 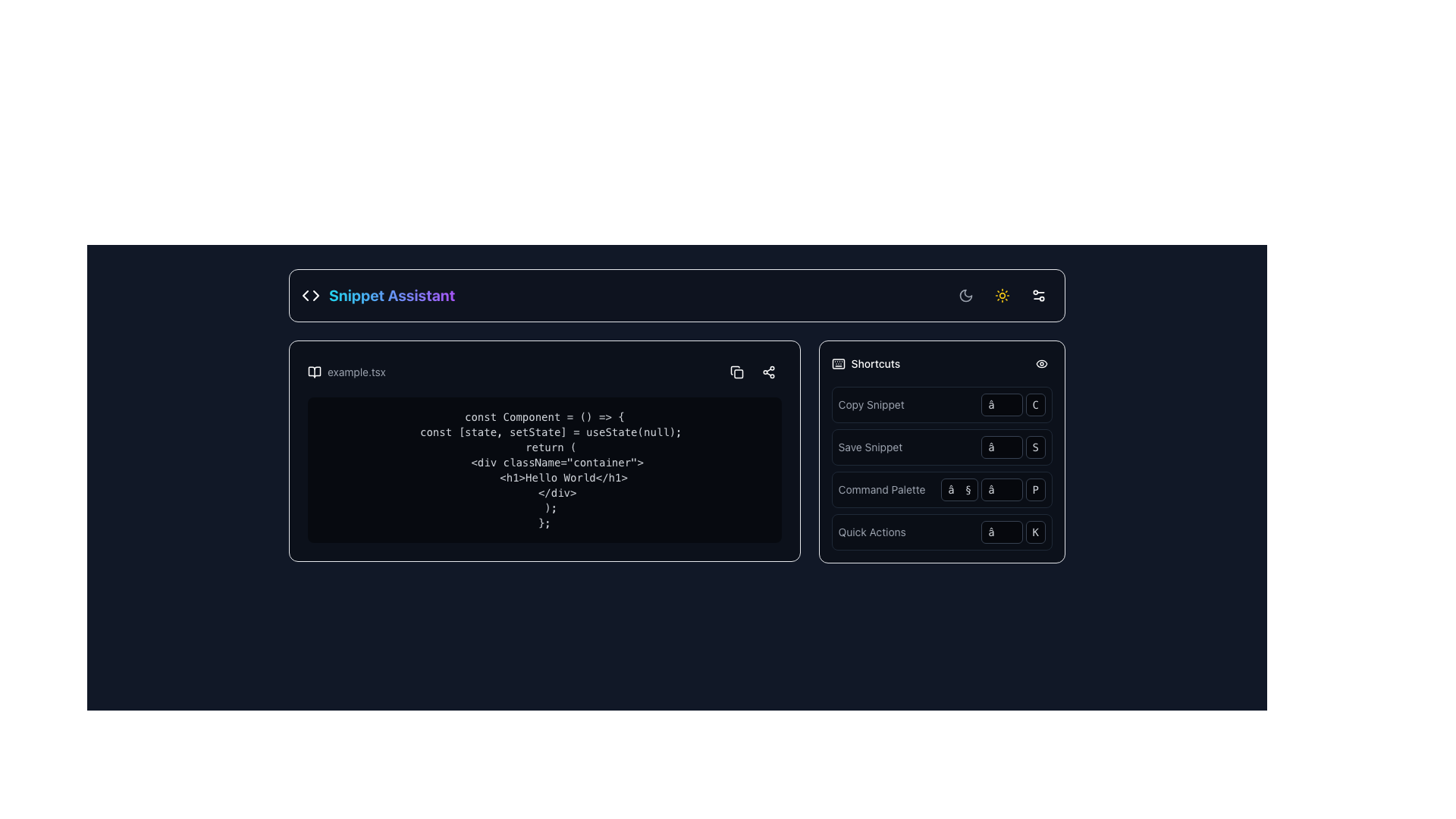 I want to click on the second button in the horizontal sequence of shortcut buttons, so click(x=1034, y=403).